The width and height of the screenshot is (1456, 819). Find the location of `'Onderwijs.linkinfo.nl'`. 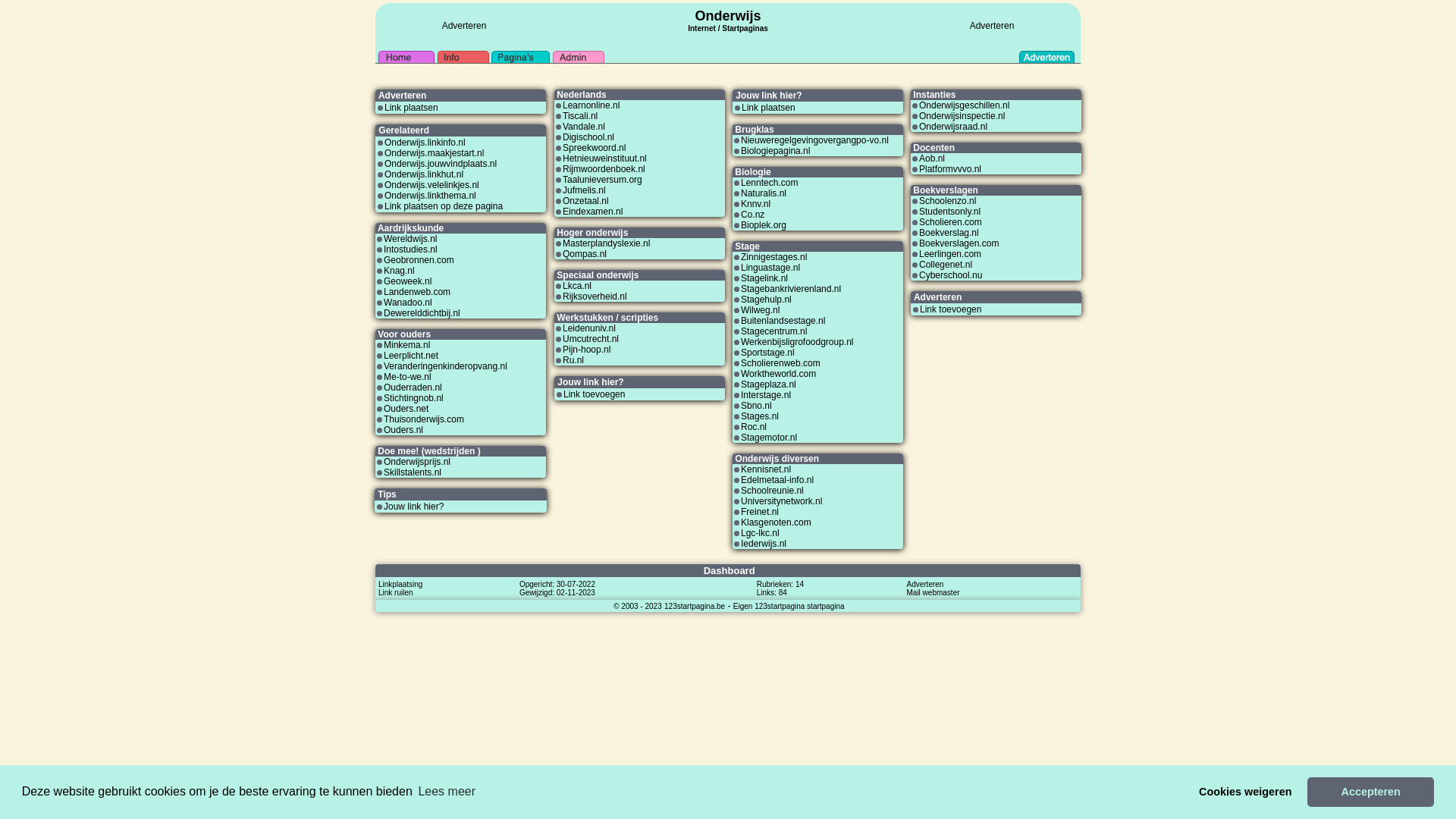

'Onderwijs.linkinfo.nl' is located at coordinates (425, 143).